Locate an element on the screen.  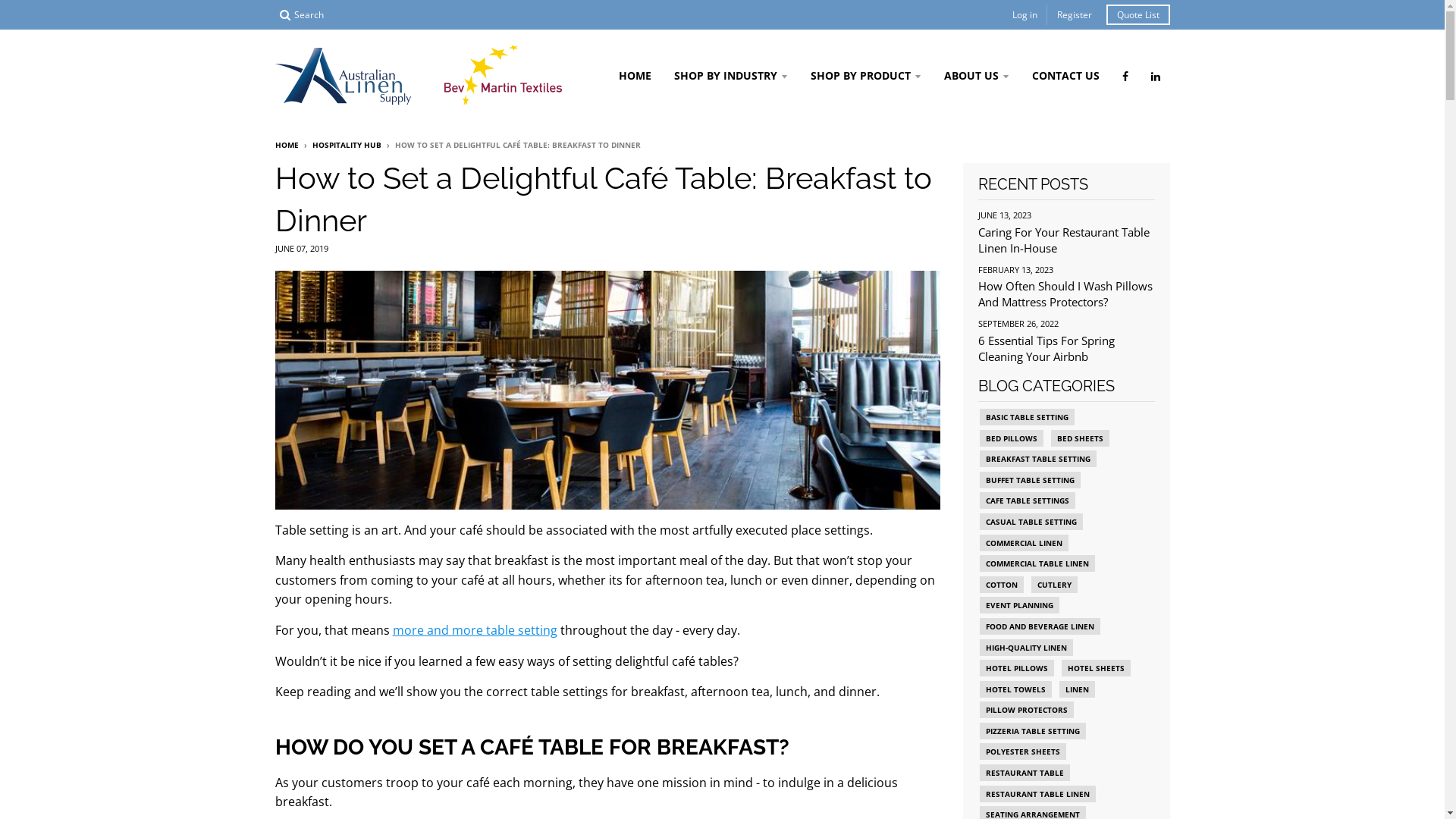
'Australian Linen Supply on Facebook' is located at coordinates (1125, 76).